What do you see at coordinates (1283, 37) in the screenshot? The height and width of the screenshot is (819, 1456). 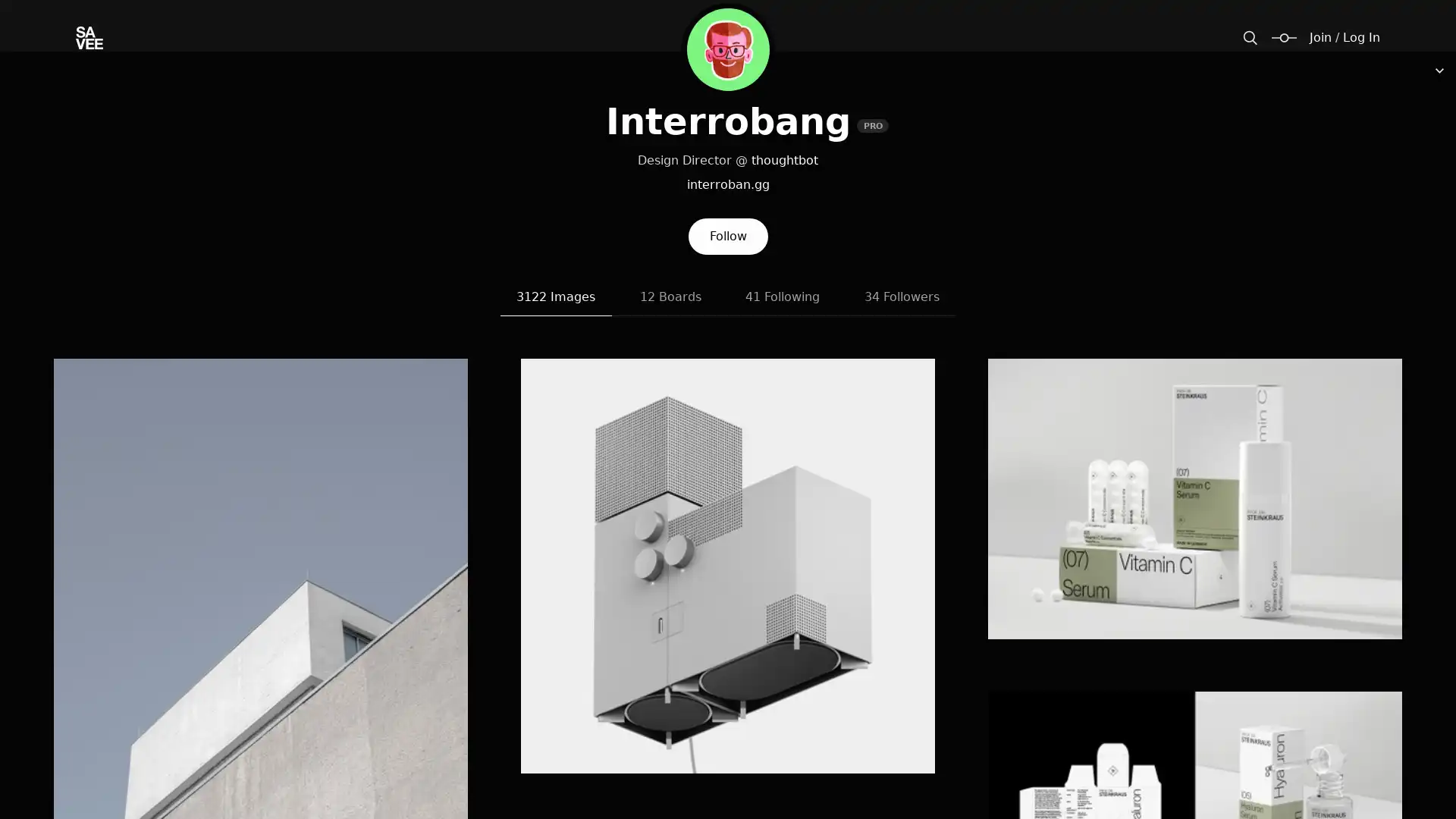 I see `Change size / padding` at bounding box center [1283, 37].